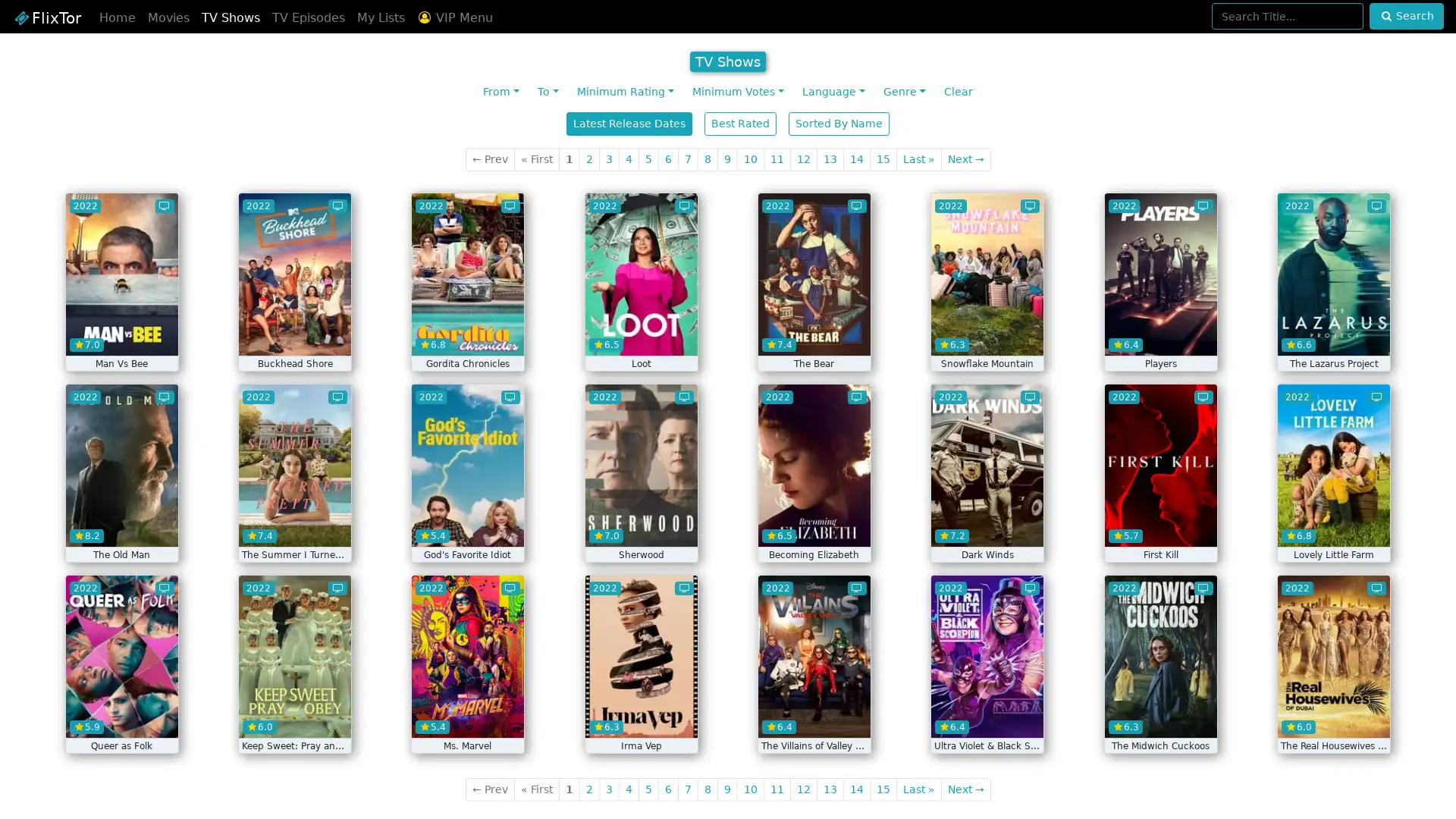 The width and height of the screenshot is (1456, 819). Describe the element at coordinates (987, 523) in the screenshot. I see `Watch Now` at that location.